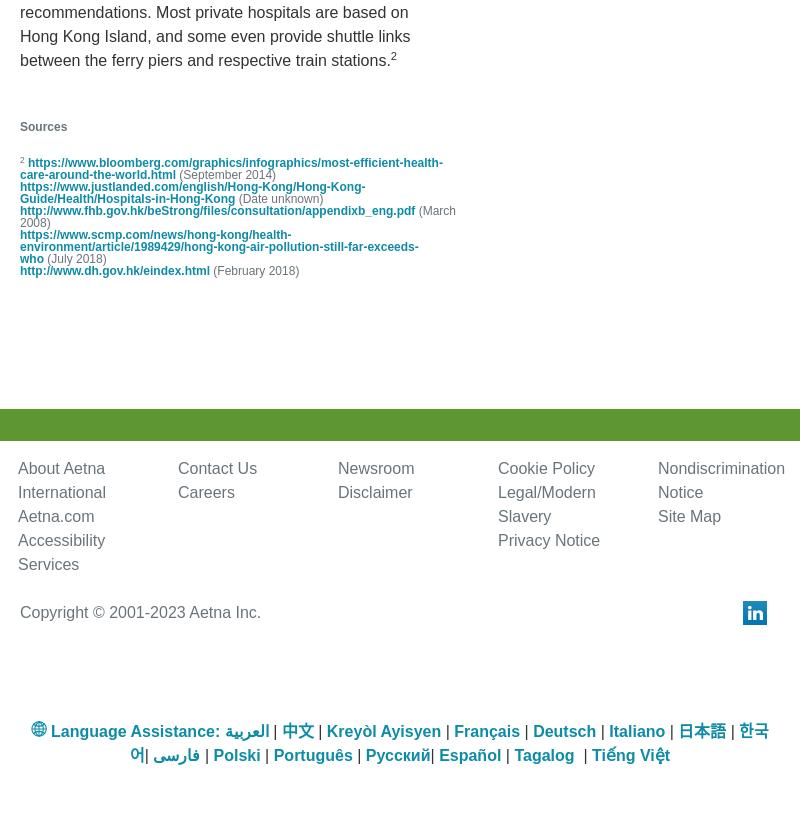 The width and height of the screenshot is (800, 837). I want to click on 'Aetna.com', so click(55, 515).